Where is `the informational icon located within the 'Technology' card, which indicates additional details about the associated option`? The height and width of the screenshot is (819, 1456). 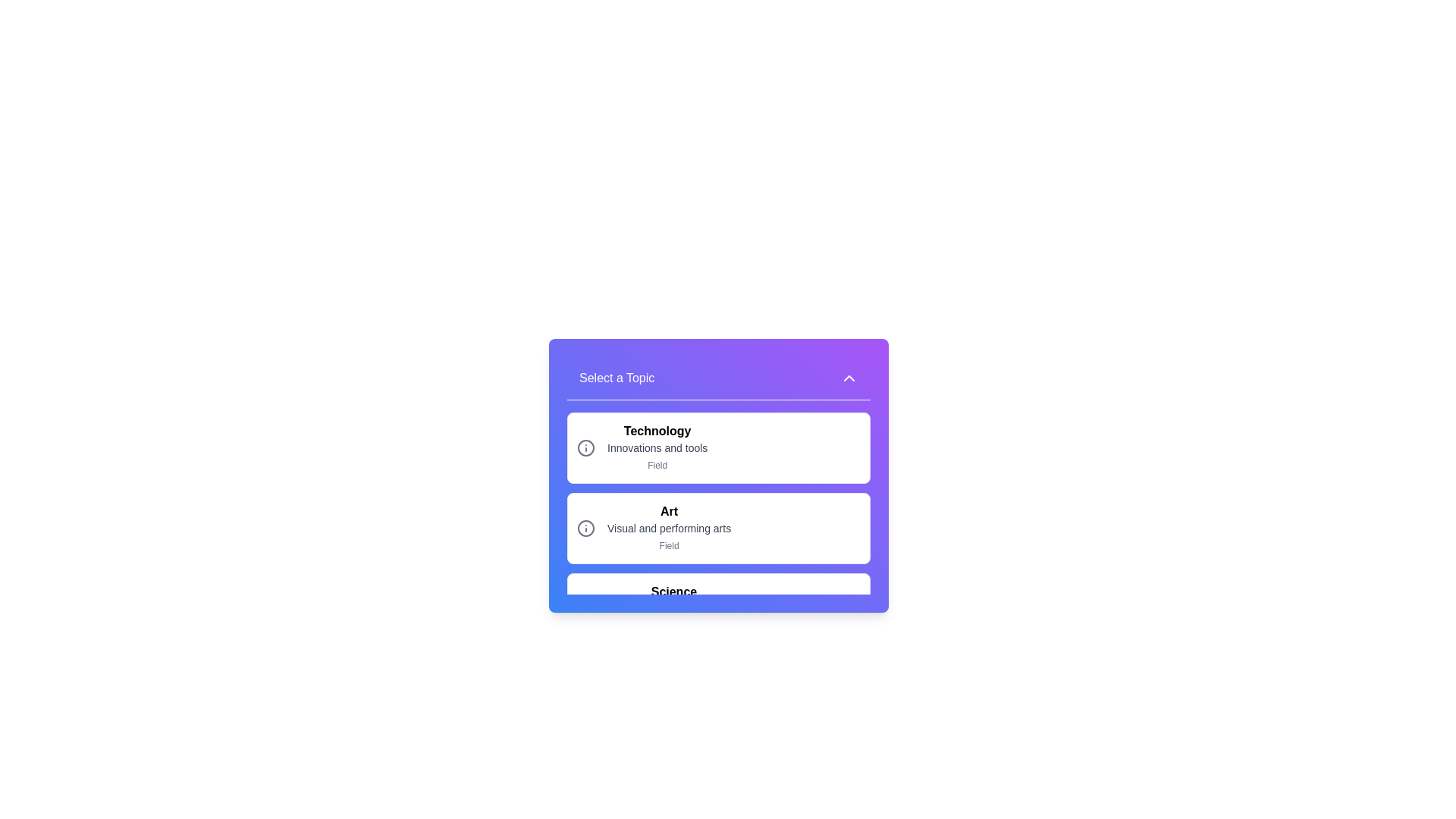
the informational icon located within the 'Technology' card, which indicates additional details about the associated option is located at coordinates (585, 447).